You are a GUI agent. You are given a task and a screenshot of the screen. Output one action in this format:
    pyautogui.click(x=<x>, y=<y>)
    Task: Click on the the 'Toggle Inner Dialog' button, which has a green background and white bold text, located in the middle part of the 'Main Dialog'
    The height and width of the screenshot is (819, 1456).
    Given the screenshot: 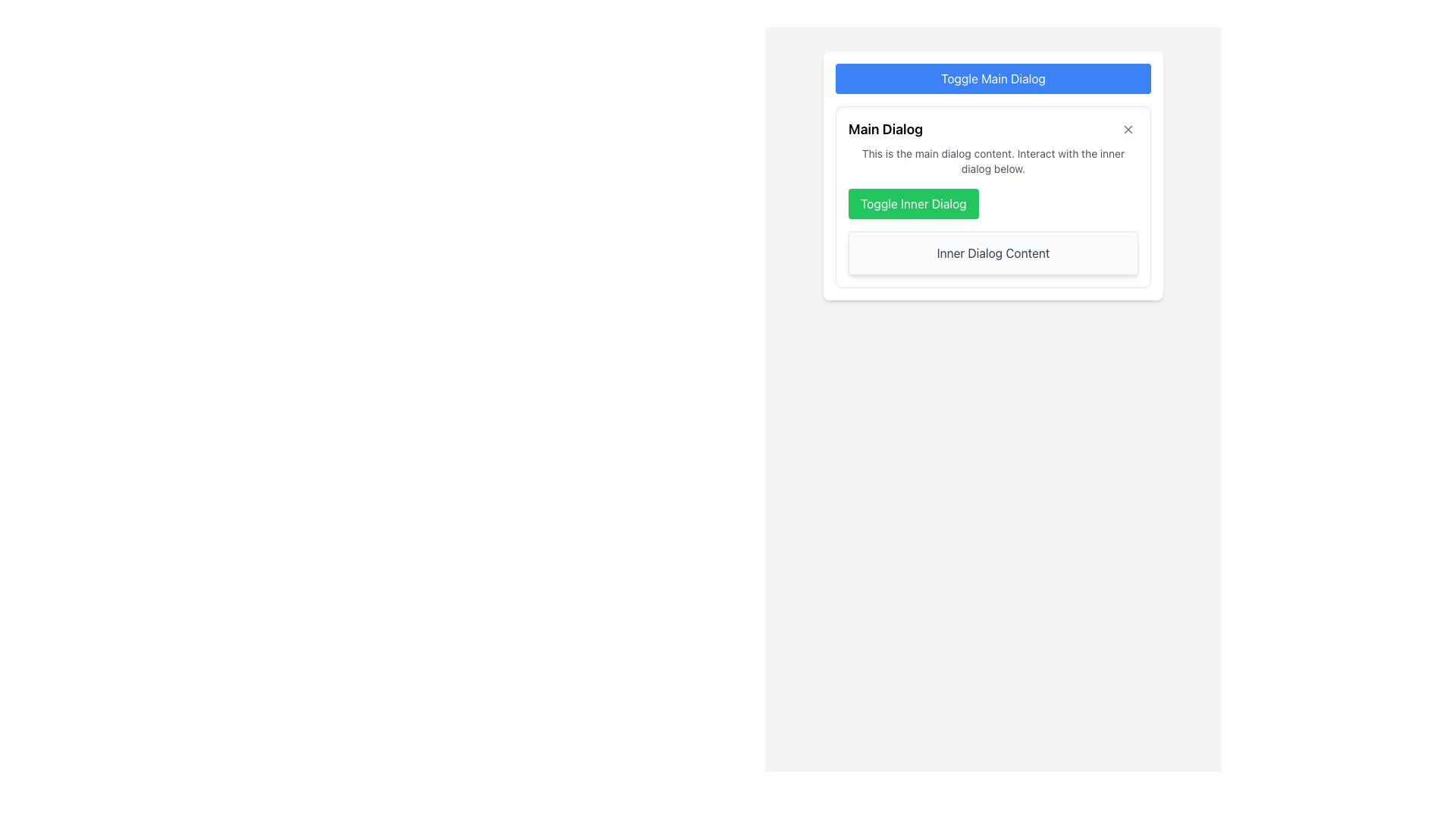 What is the action you would take?
    pyautogui.click(x=912, y=203)
    